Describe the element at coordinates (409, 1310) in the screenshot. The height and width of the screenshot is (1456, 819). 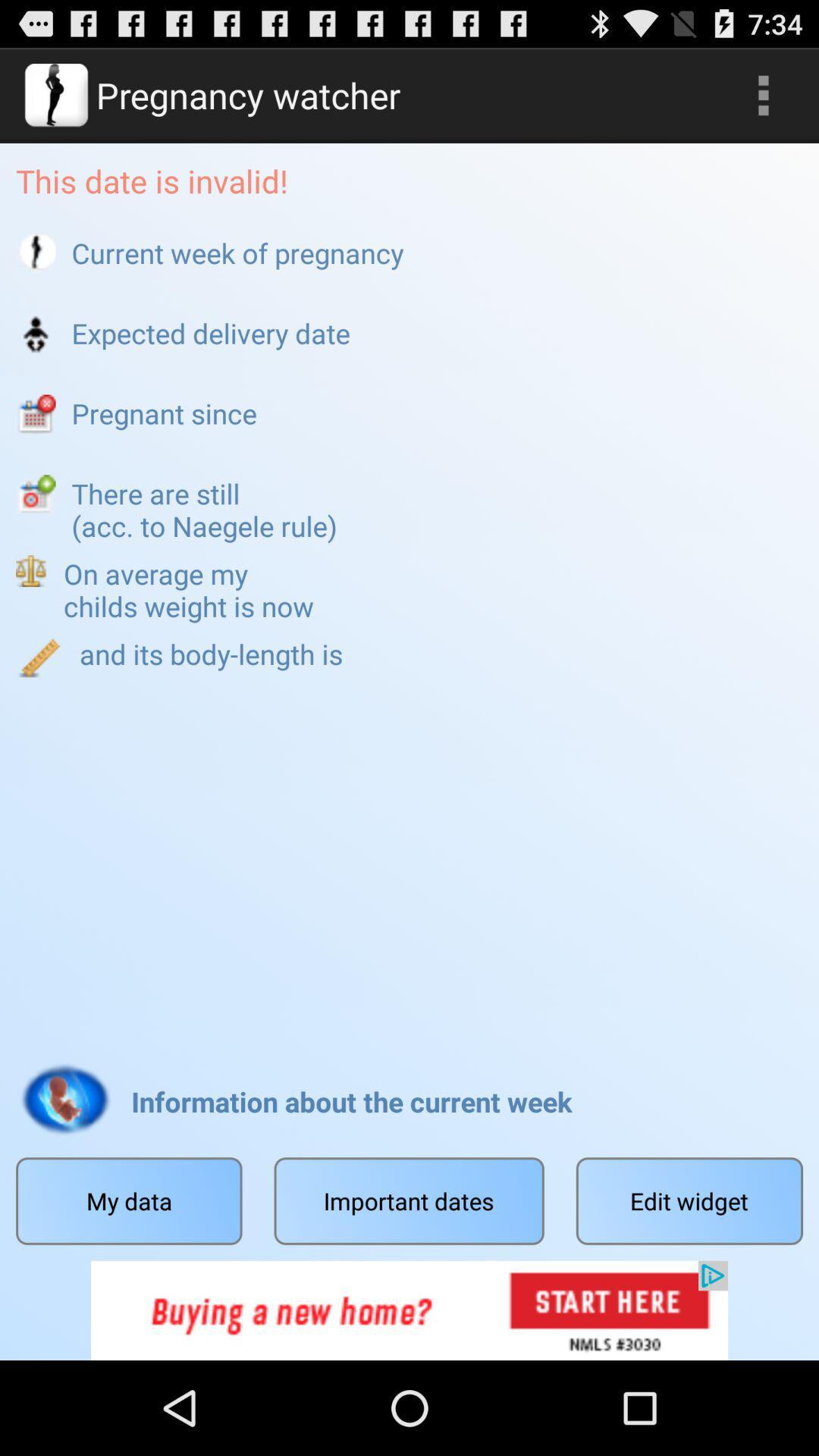
I see `advertisement page` at that location.